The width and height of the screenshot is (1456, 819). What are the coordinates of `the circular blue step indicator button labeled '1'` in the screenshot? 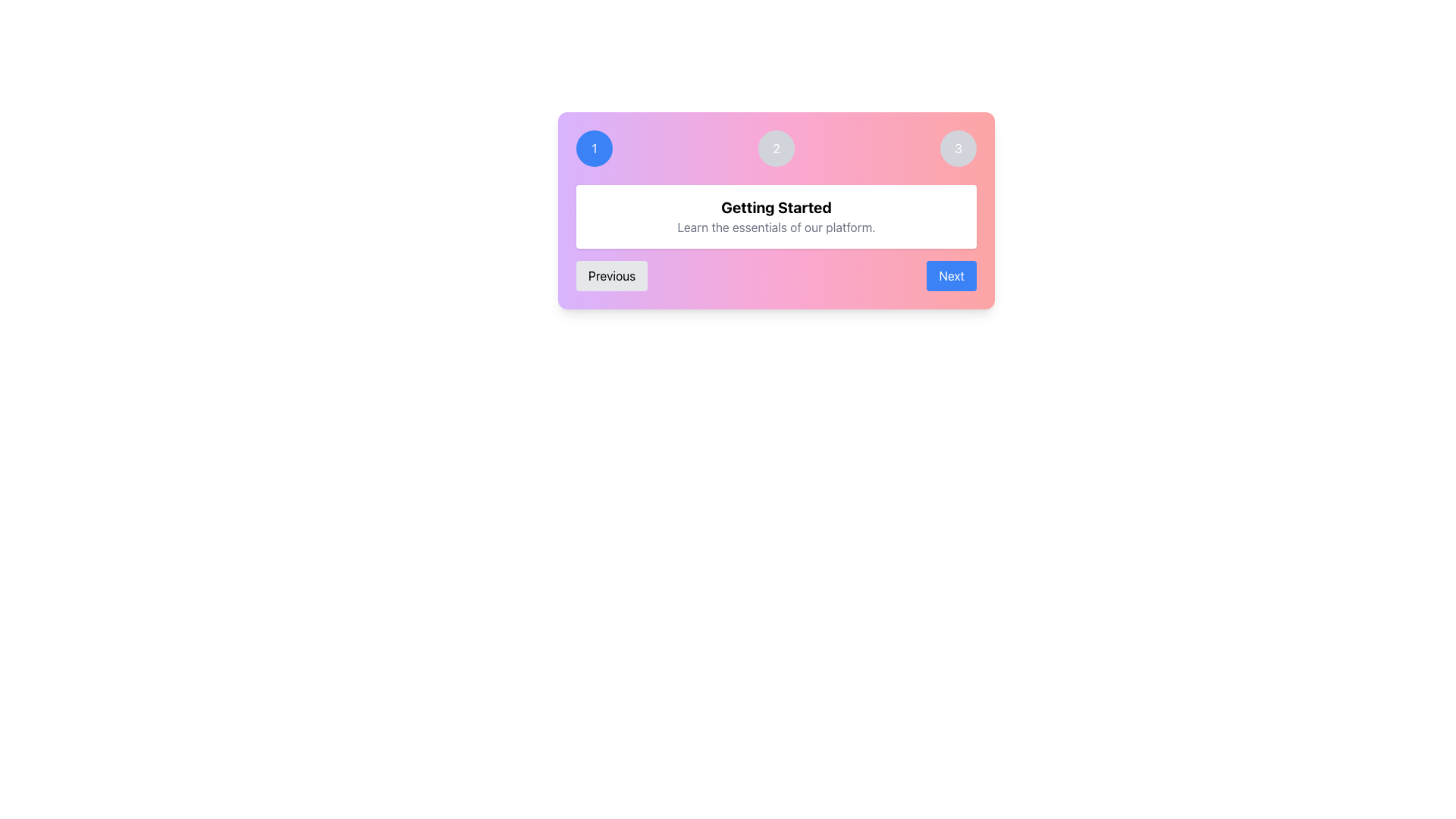 It's located at (593, 149).